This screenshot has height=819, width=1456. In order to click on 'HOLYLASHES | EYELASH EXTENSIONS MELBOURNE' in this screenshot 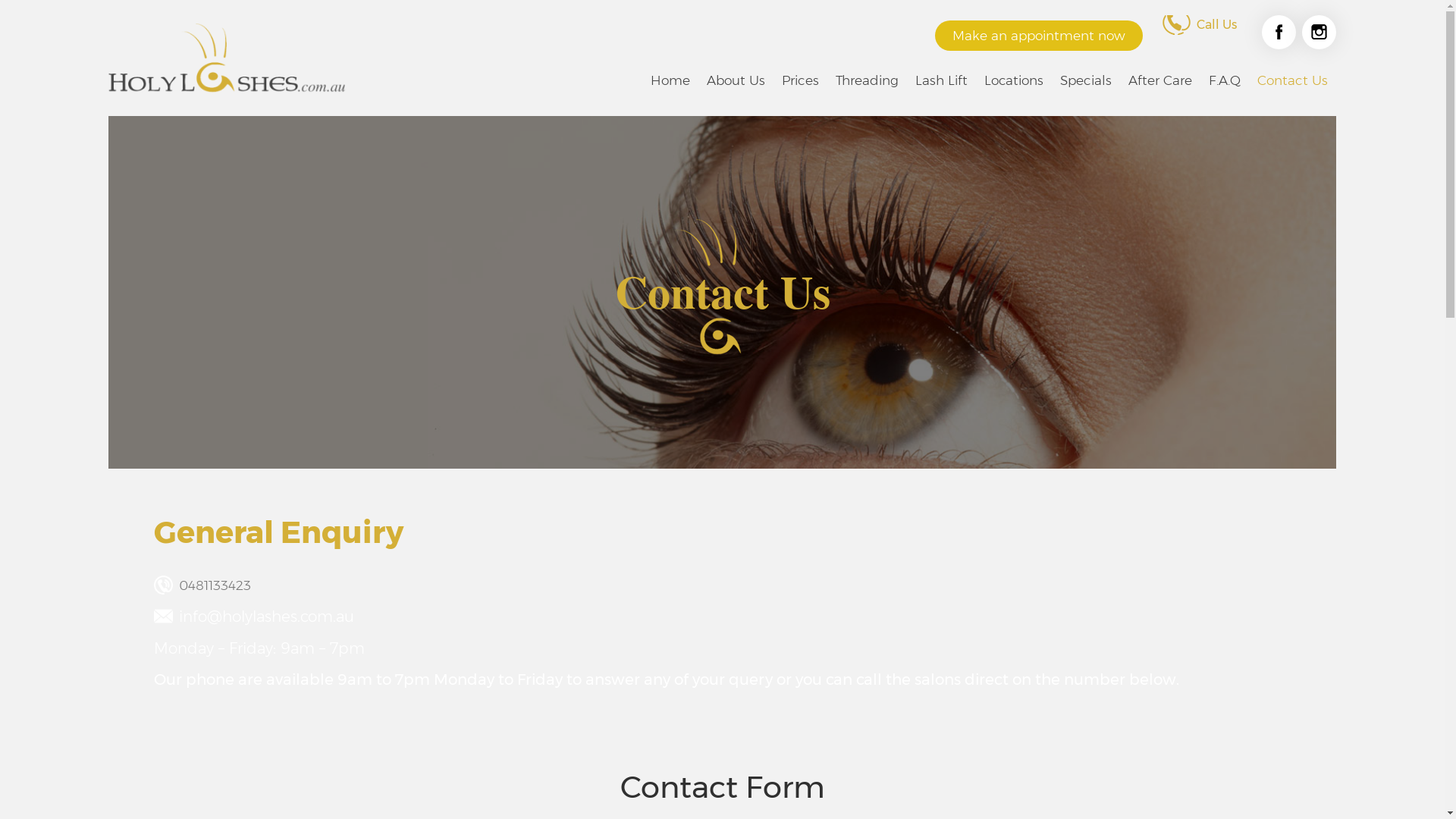, I will do `click(225, 58)`.